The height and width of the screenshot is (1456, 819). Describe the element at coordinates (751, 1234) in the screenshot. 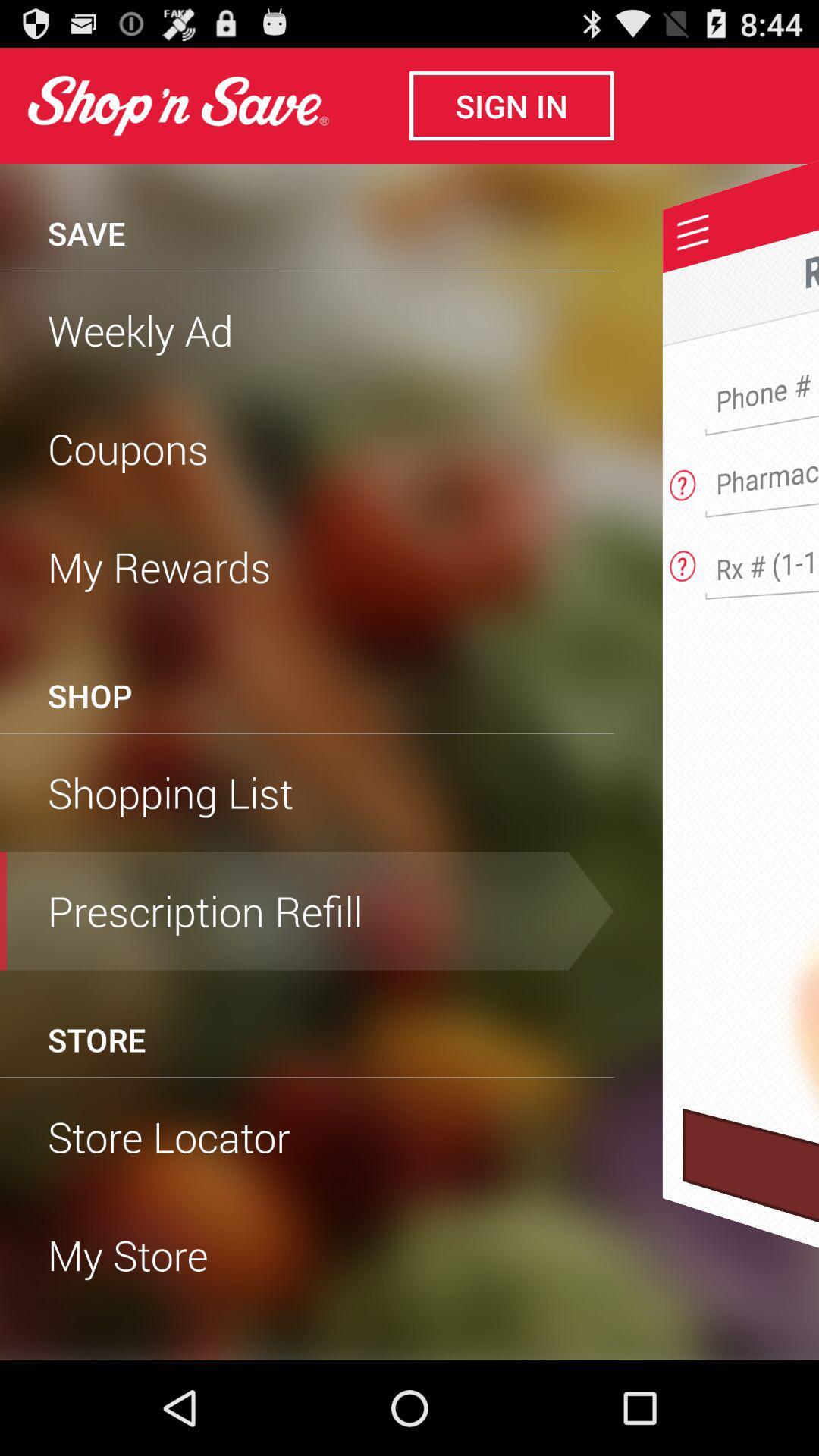

I see `the item next to the store locator icon` at that location.